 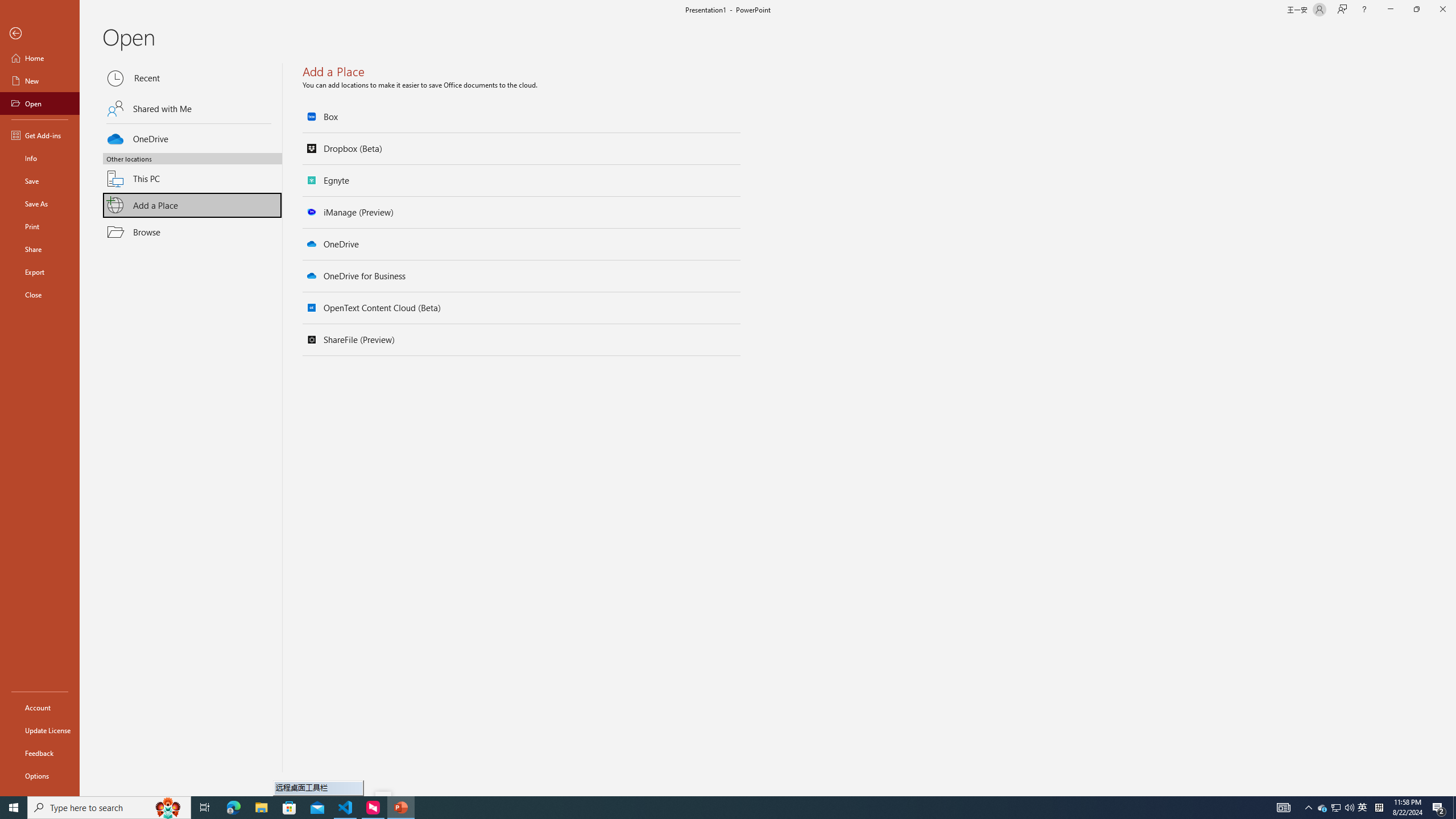 I want to click on 'Account', so click(x=39, y=708).